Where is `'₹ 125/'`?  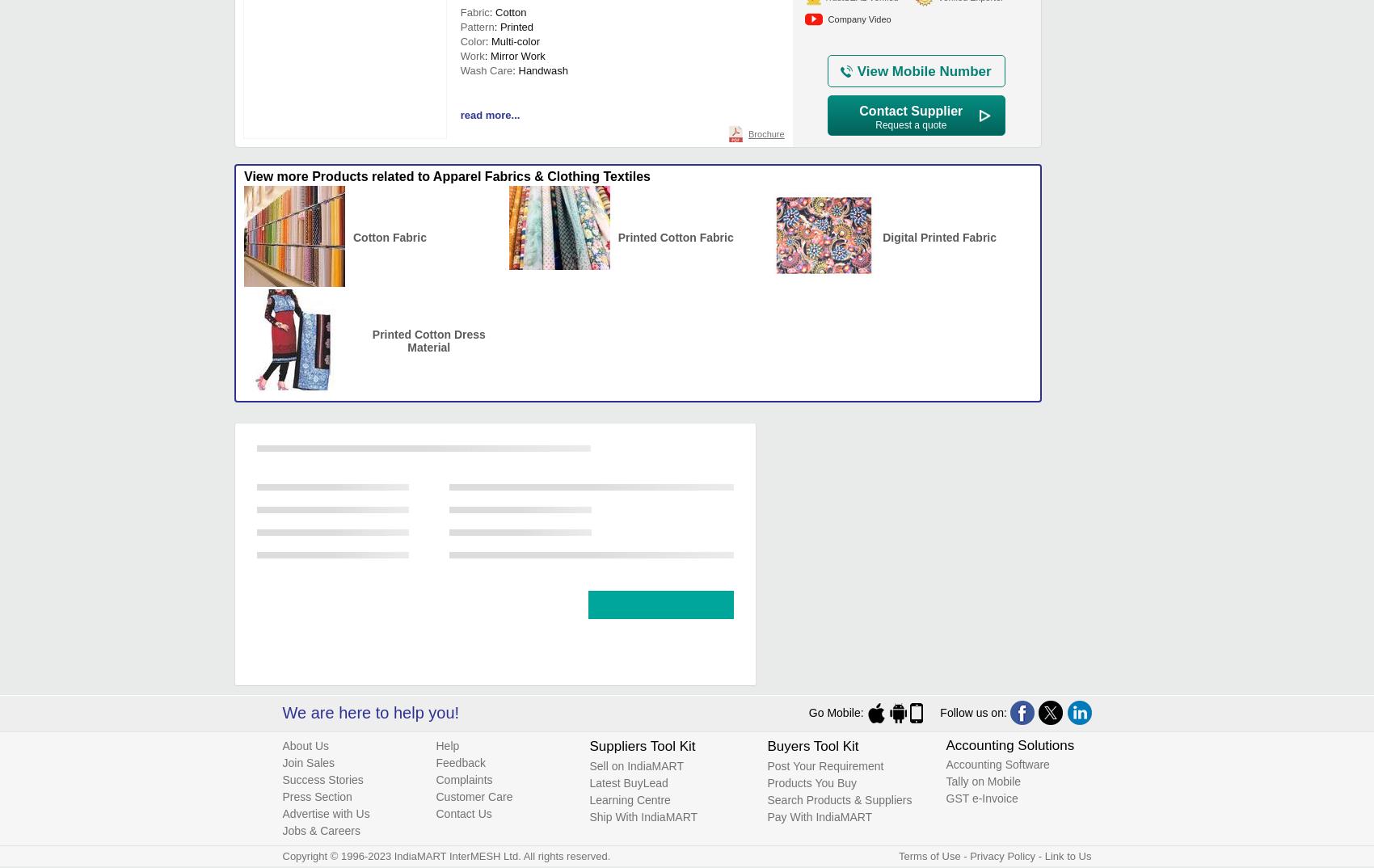 '₹ 125/' is located at coordinates (845, 366).